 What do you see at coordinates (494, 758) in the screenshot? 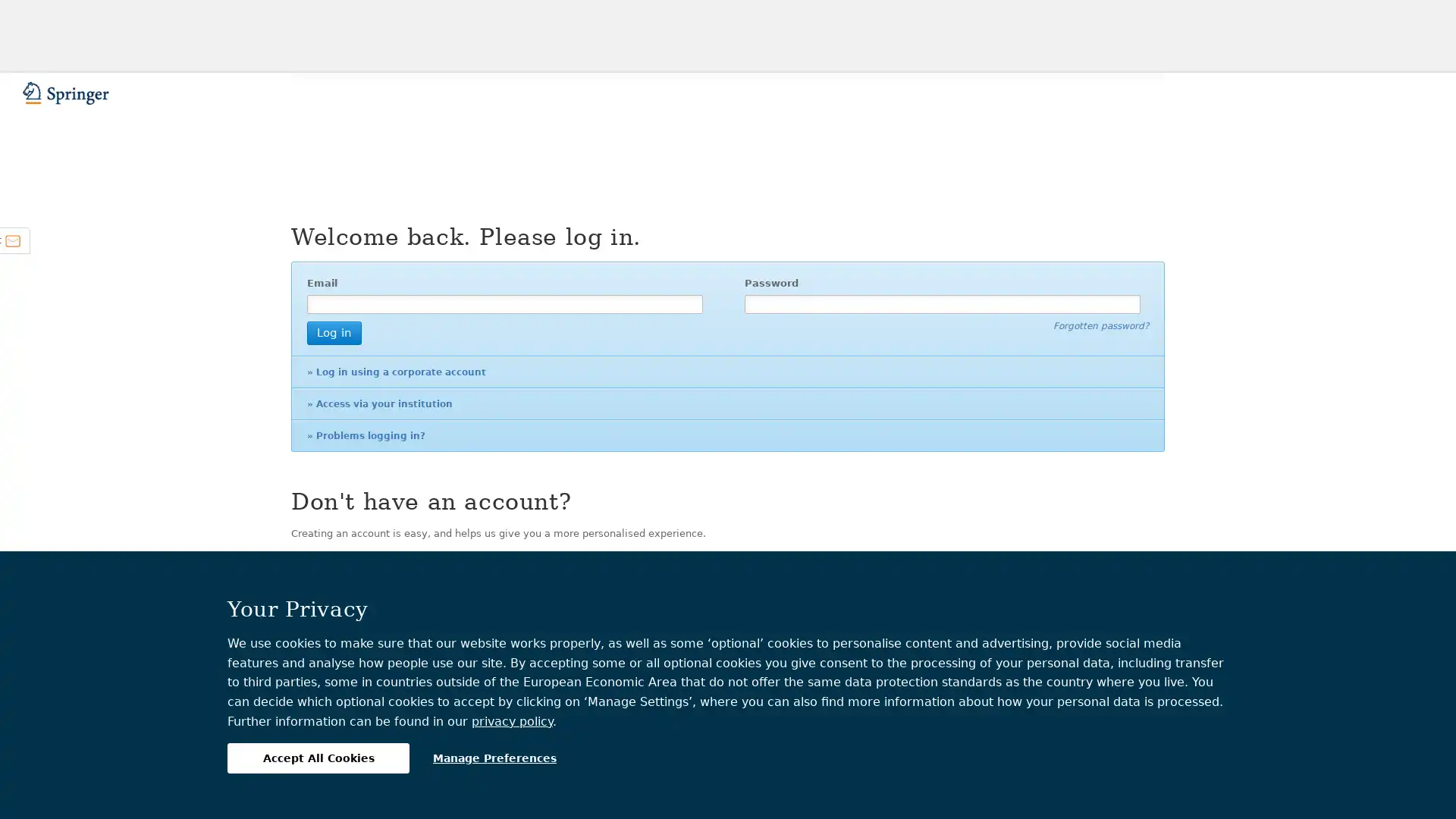
I see `Manage Preferences` at bounding box center [494, 758].